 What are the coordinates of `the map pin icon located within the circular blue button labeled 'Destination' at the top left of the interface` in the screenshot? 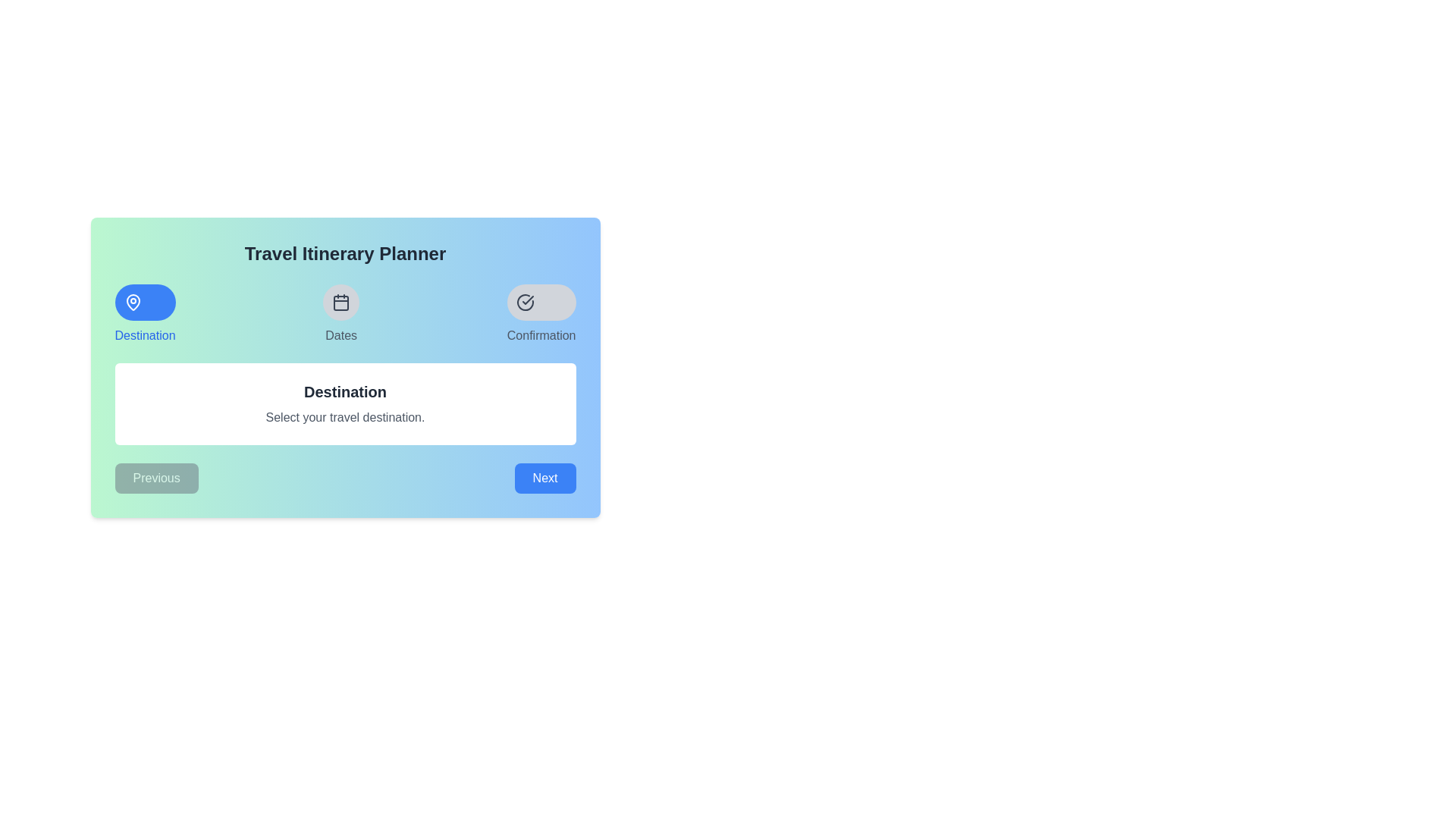 It's located at (133, 302).